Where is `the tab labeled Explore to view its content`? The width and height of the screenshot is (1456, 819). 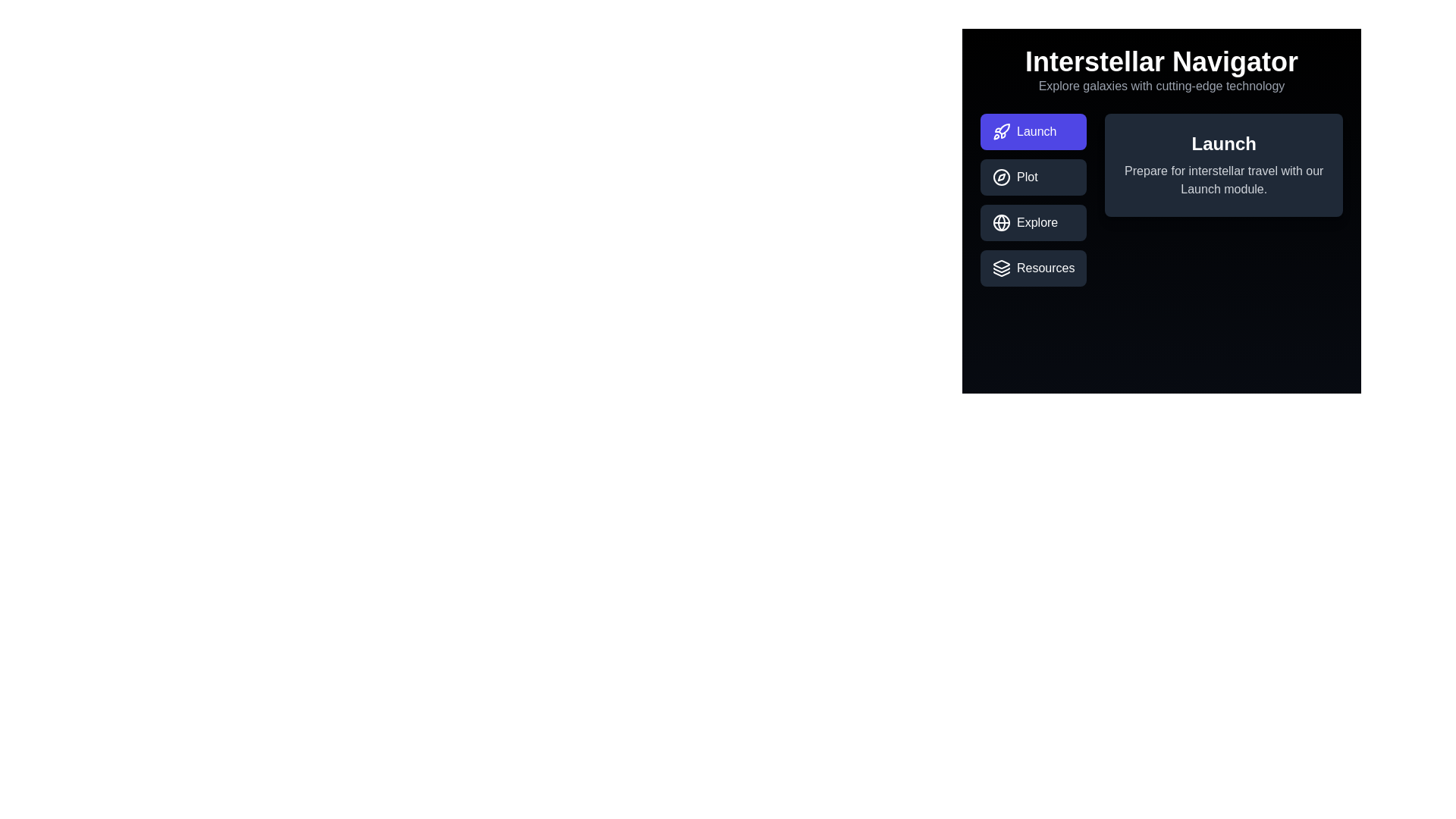 the tab labeled Explore to view its content is located at coordinates (1033, 222).